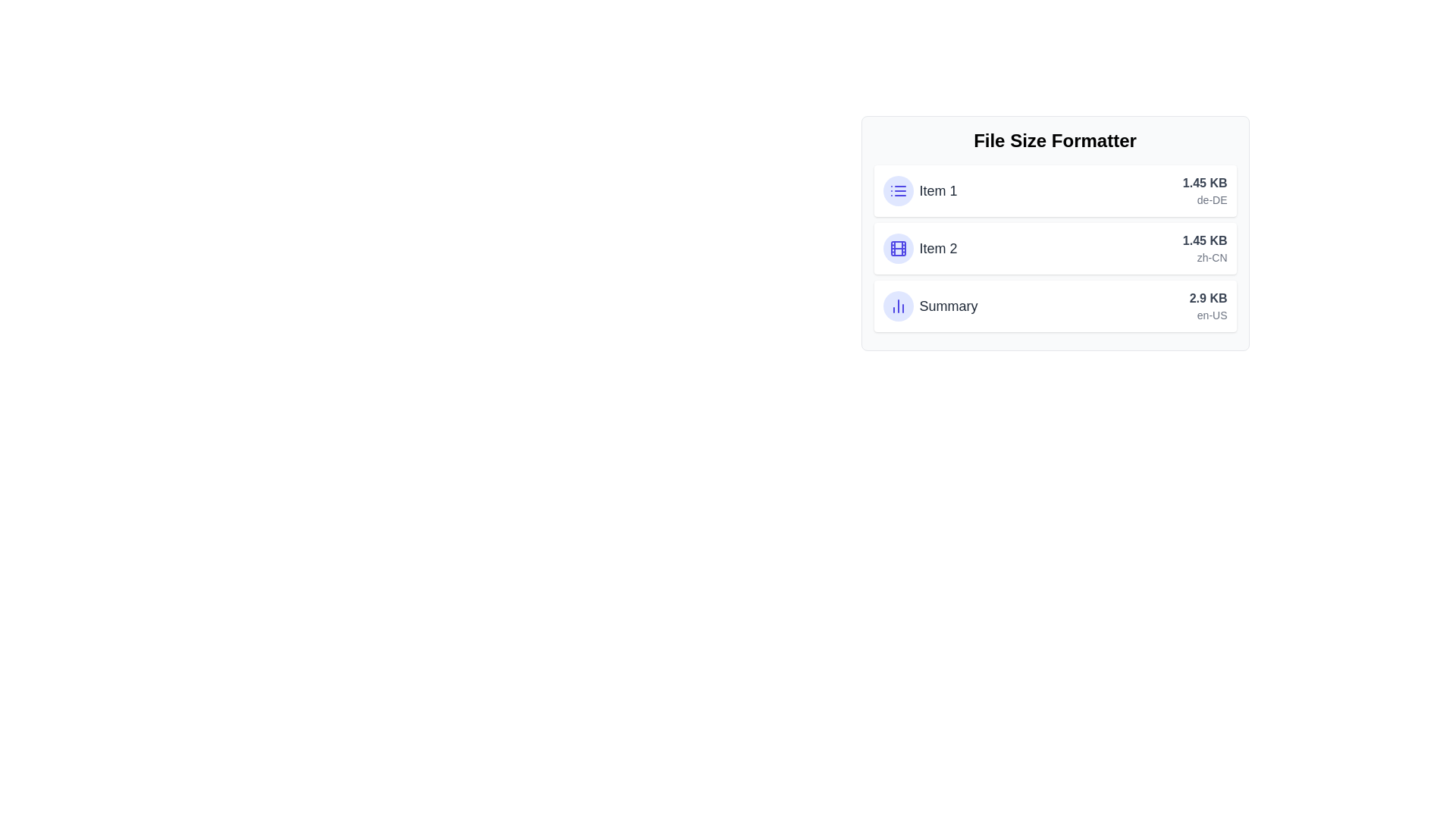 Image resolution: width=1456 pixels, height=819 pixels. What do you see at coordinates (930, 306) in the screenshot?
I see `the 'Summary' label, which is the first item in a horizontally-aligned row and features a bar chart icon on the left and bold text on the right` at bounding box center [930, 306].